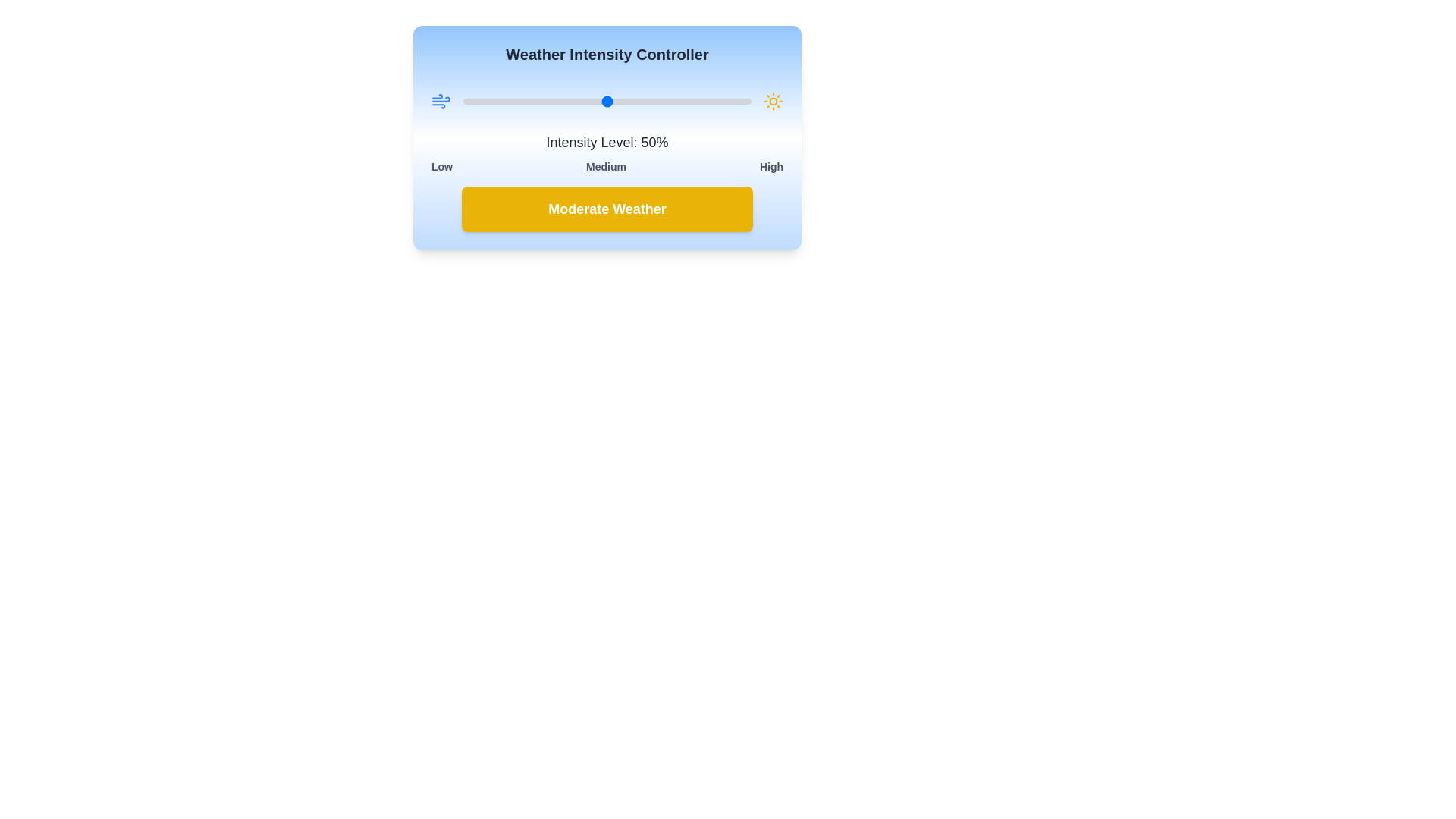  I want to click on the 'Moderate Weather' label to interact with it, so click(607, 209).